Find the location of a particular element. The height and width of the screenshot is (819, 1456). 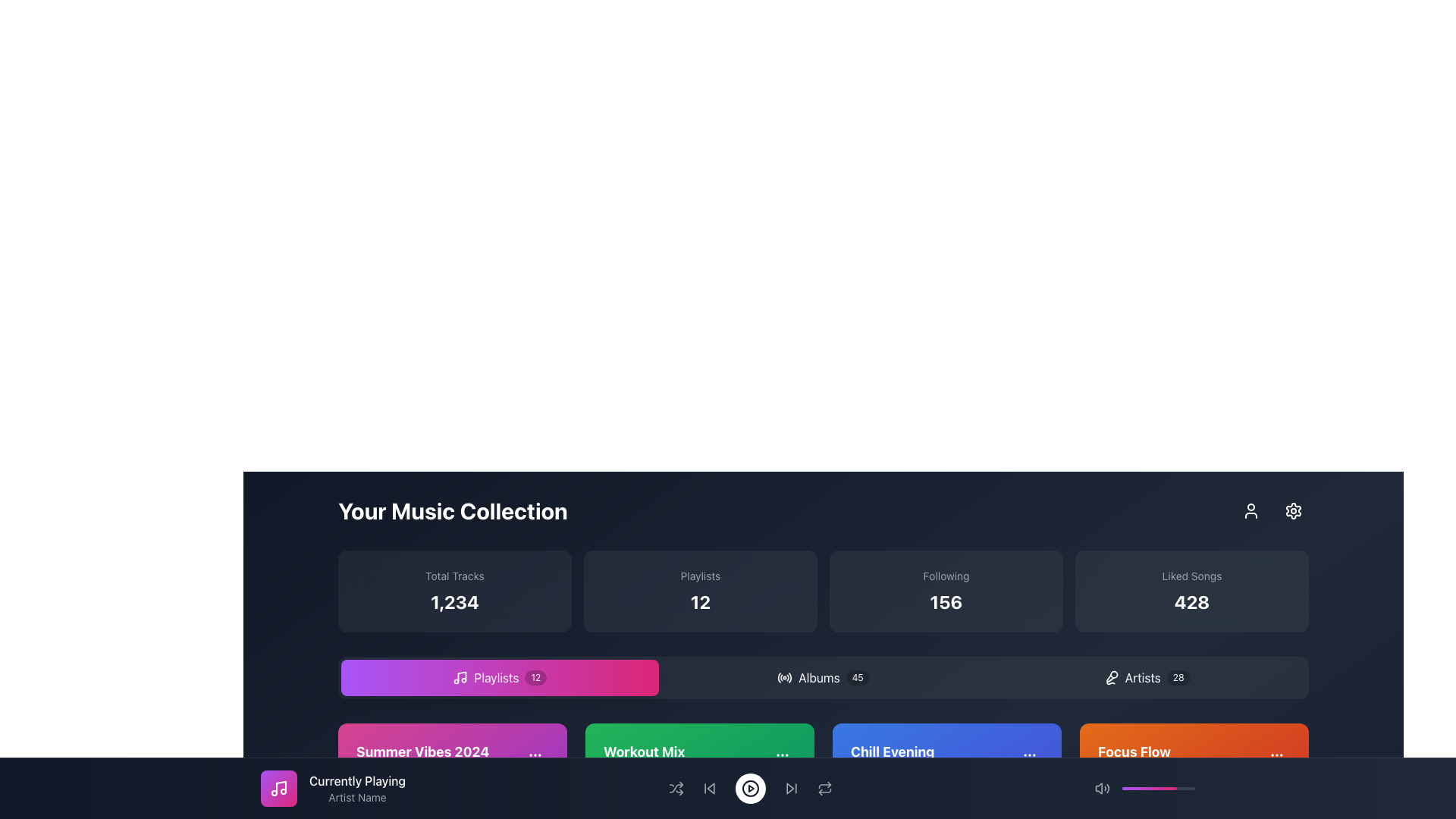

the oval button with three vertically arranged dots, located at the far right of the 'Focus Flow' section is located at coordinates (1276, 755).